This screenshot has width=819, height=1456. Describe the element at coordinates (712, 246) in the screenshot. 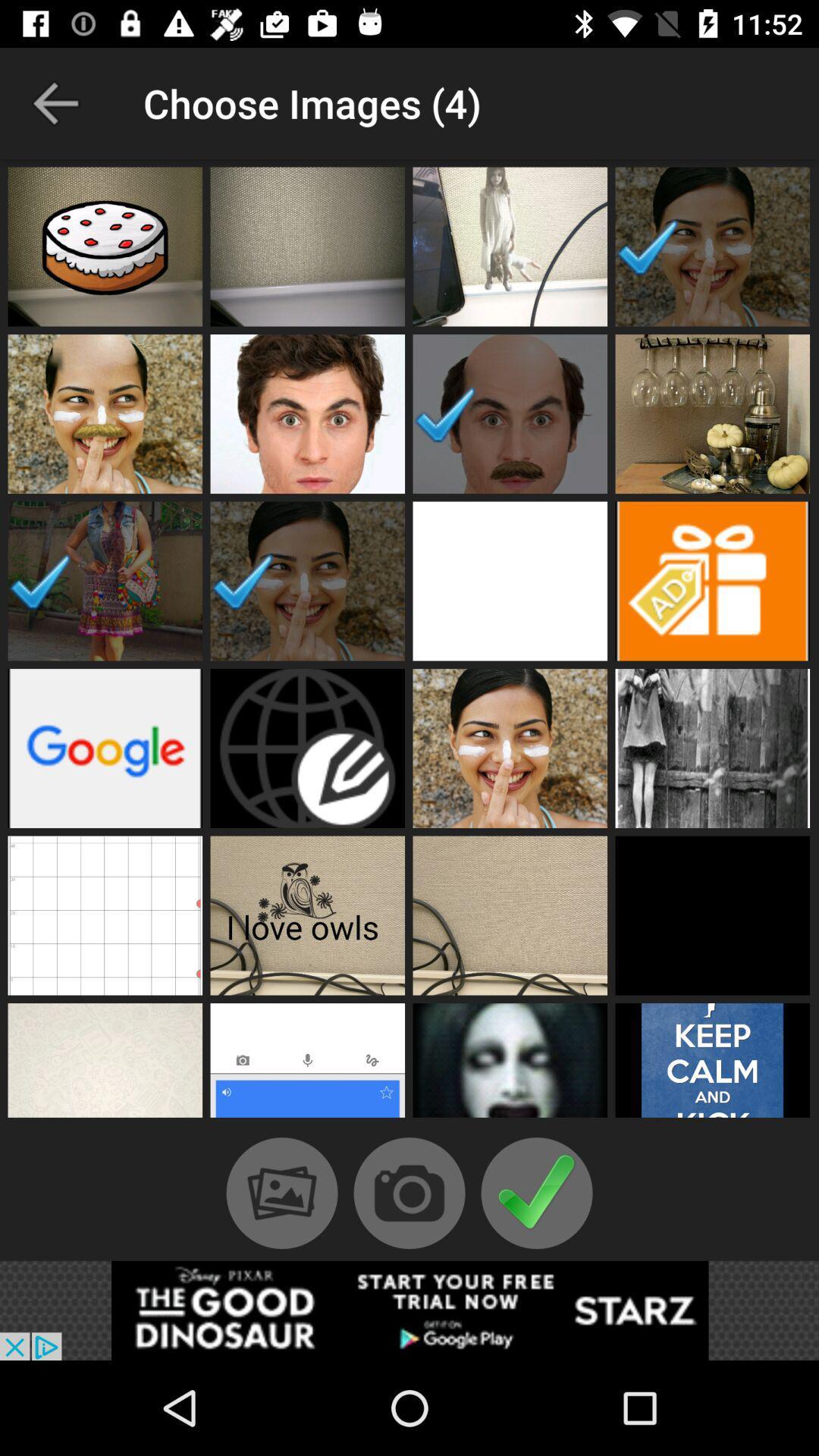

I see `image of a girl with paint on face` at that location.